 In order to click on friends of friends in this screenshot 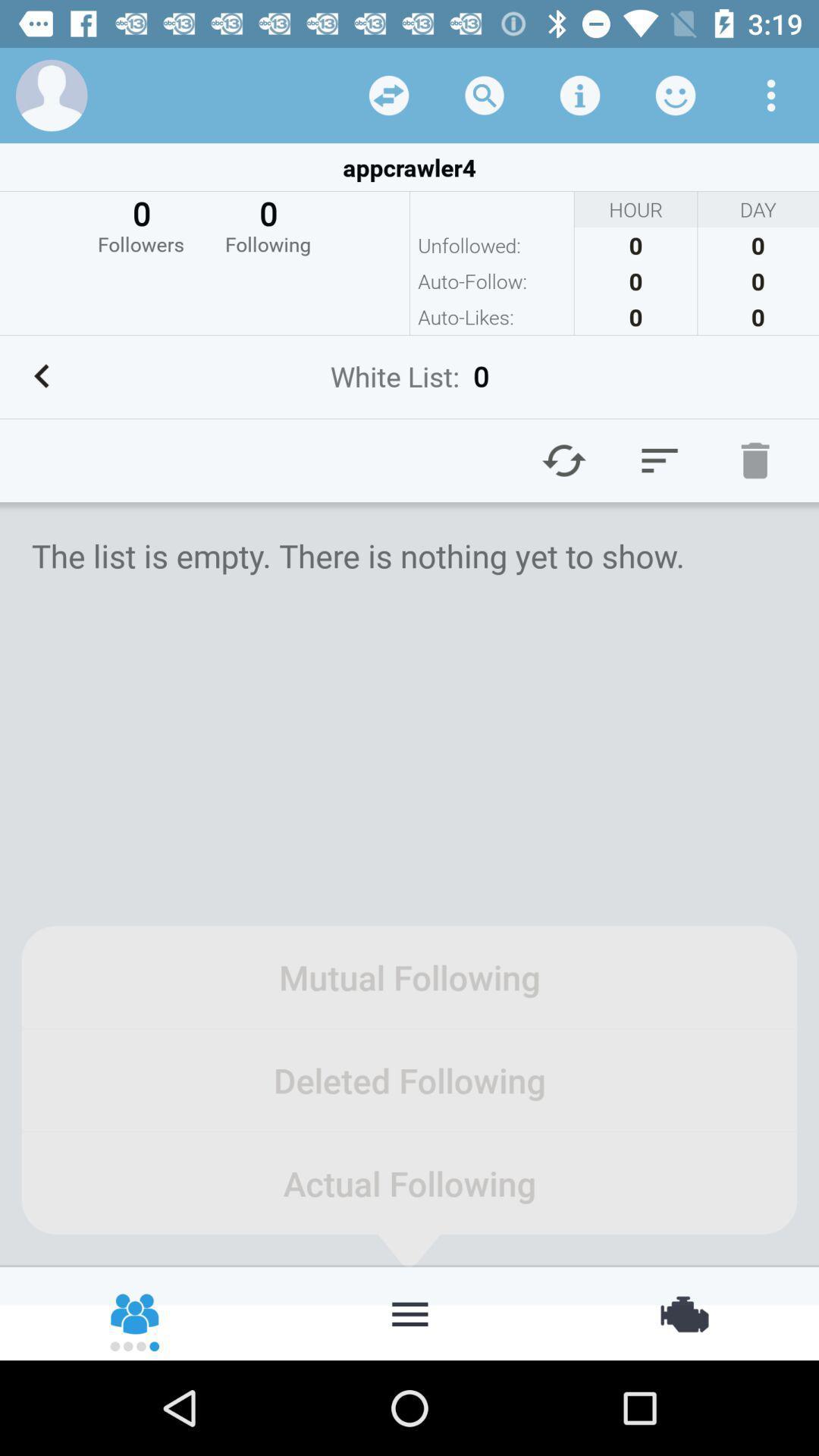, I will do `click(135, 1312)`.